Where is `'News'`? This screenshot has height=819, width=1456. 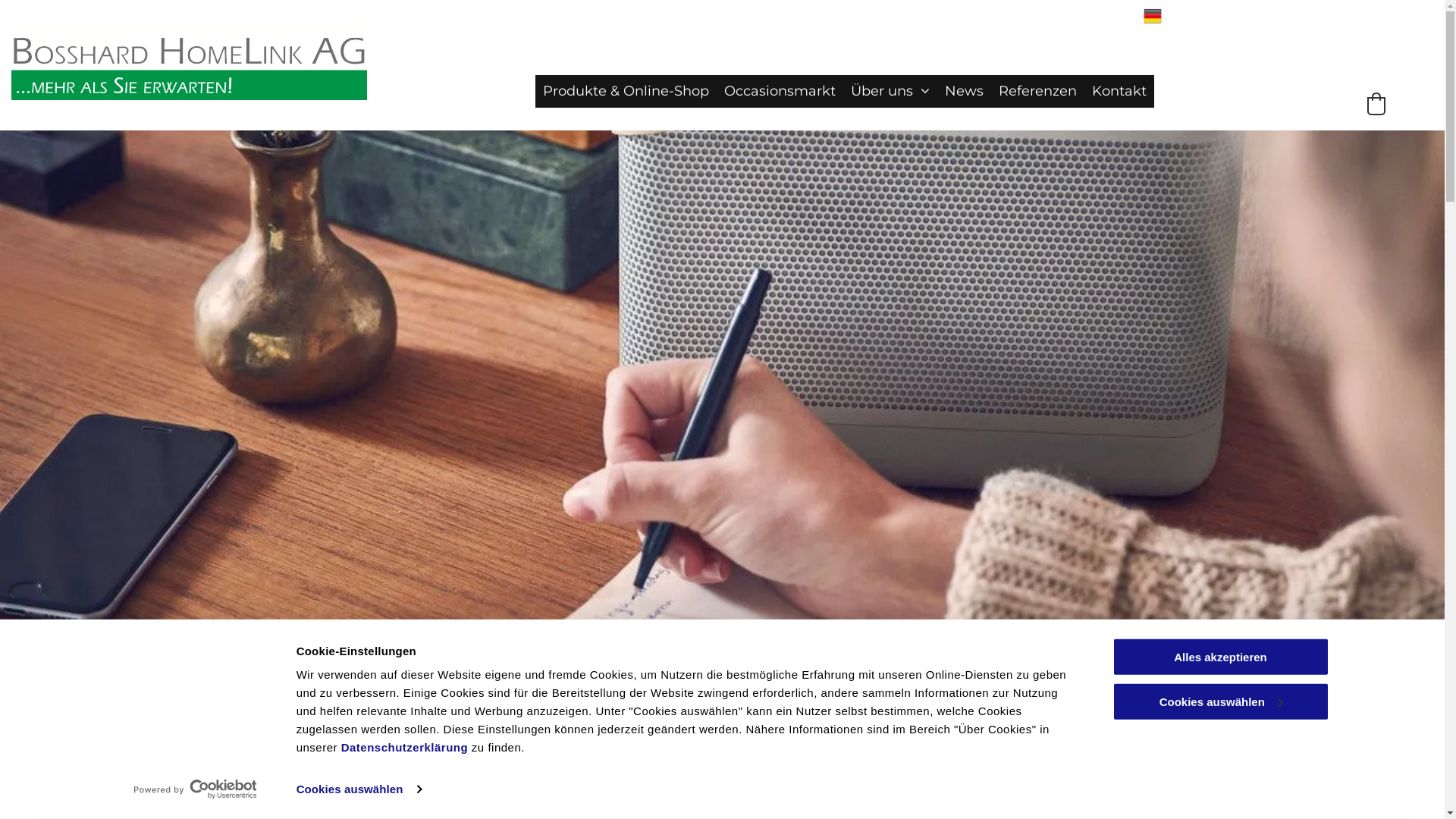 'News' is located at coordinates (963, 91).